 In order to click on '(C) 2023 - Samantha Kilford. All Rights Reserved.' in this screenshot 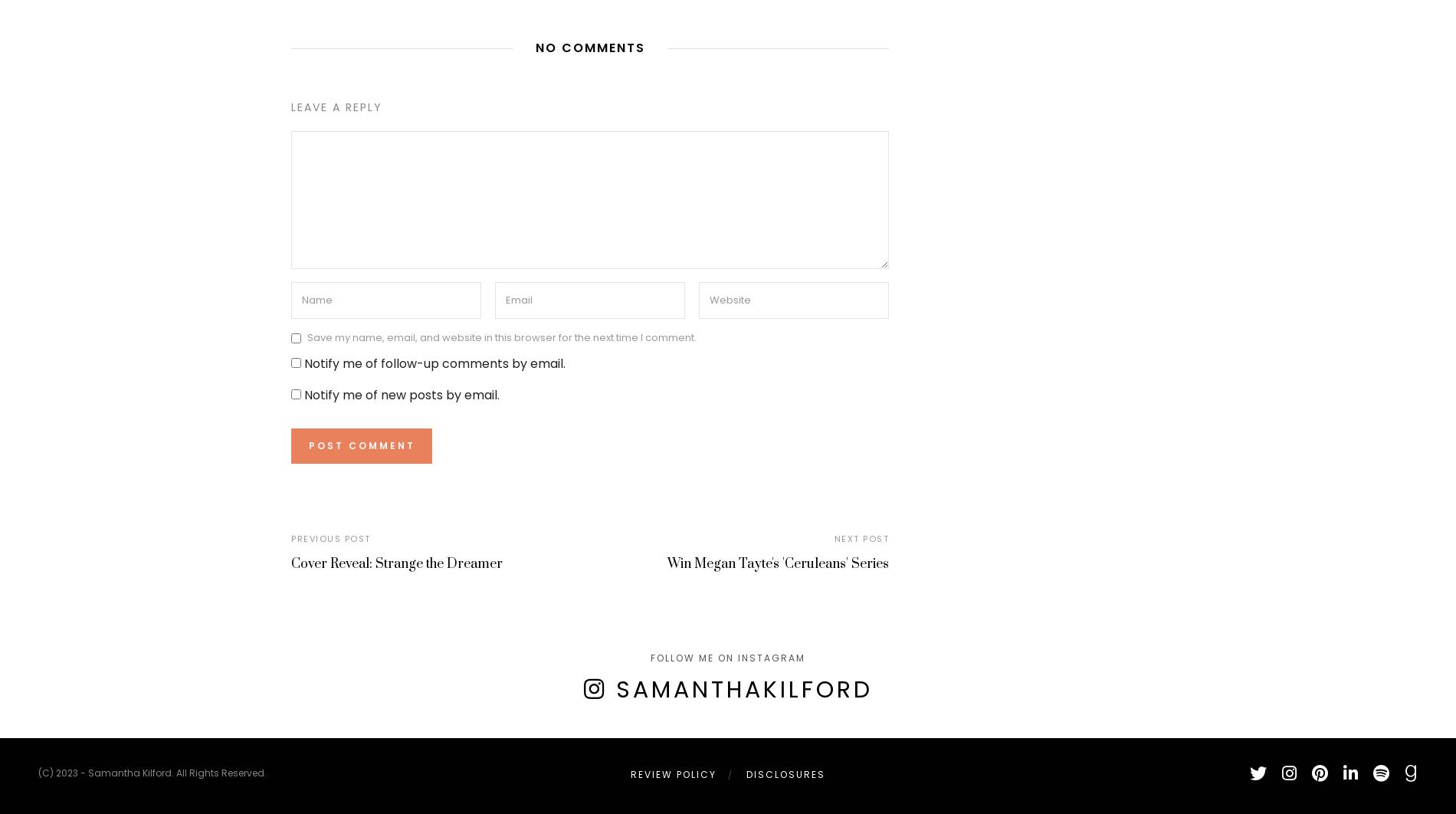, I will do `click(152, 772)`.